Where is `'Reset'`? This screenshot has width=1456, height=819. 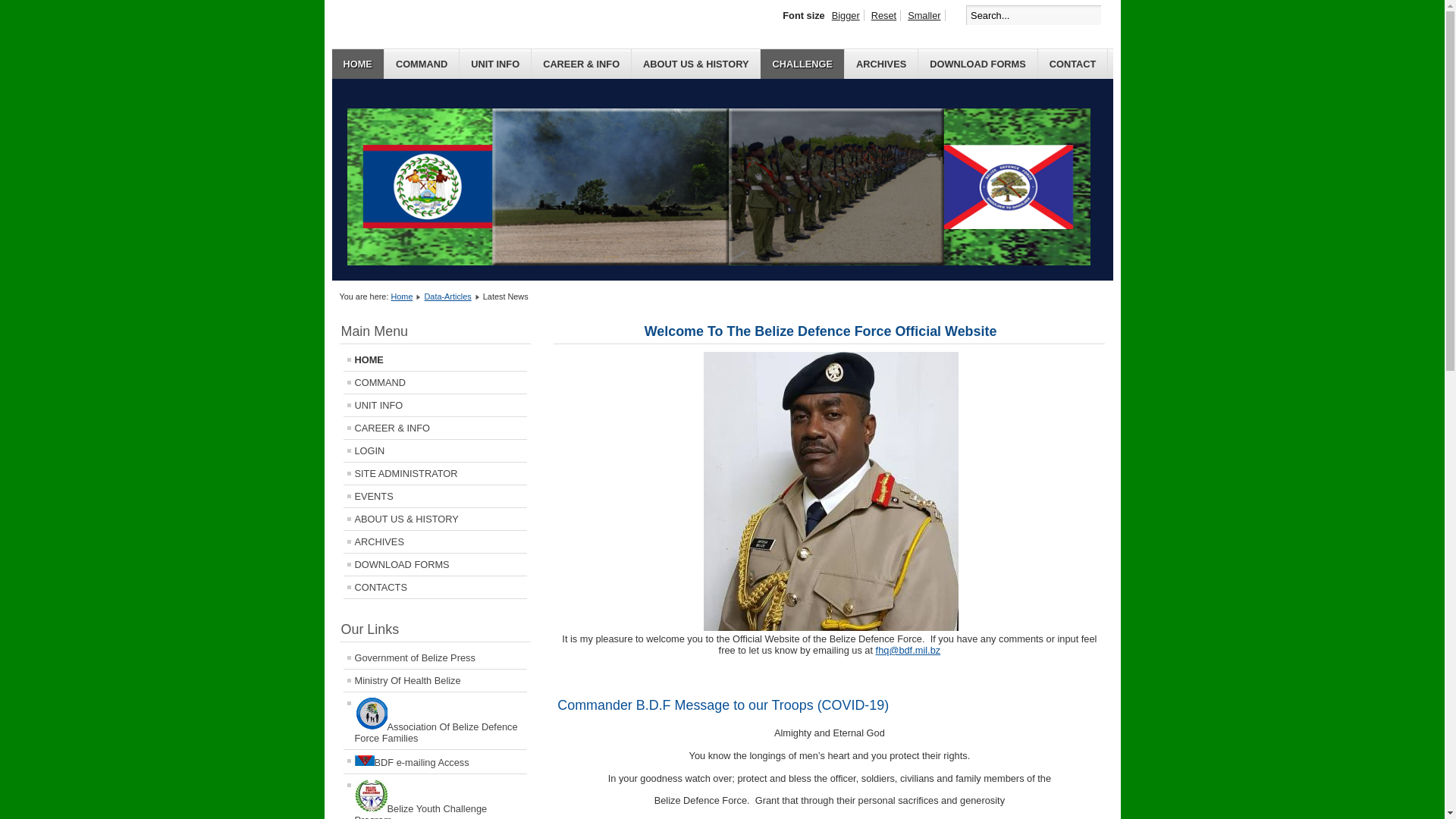 'Reset' is located at coordinates (867, 15).